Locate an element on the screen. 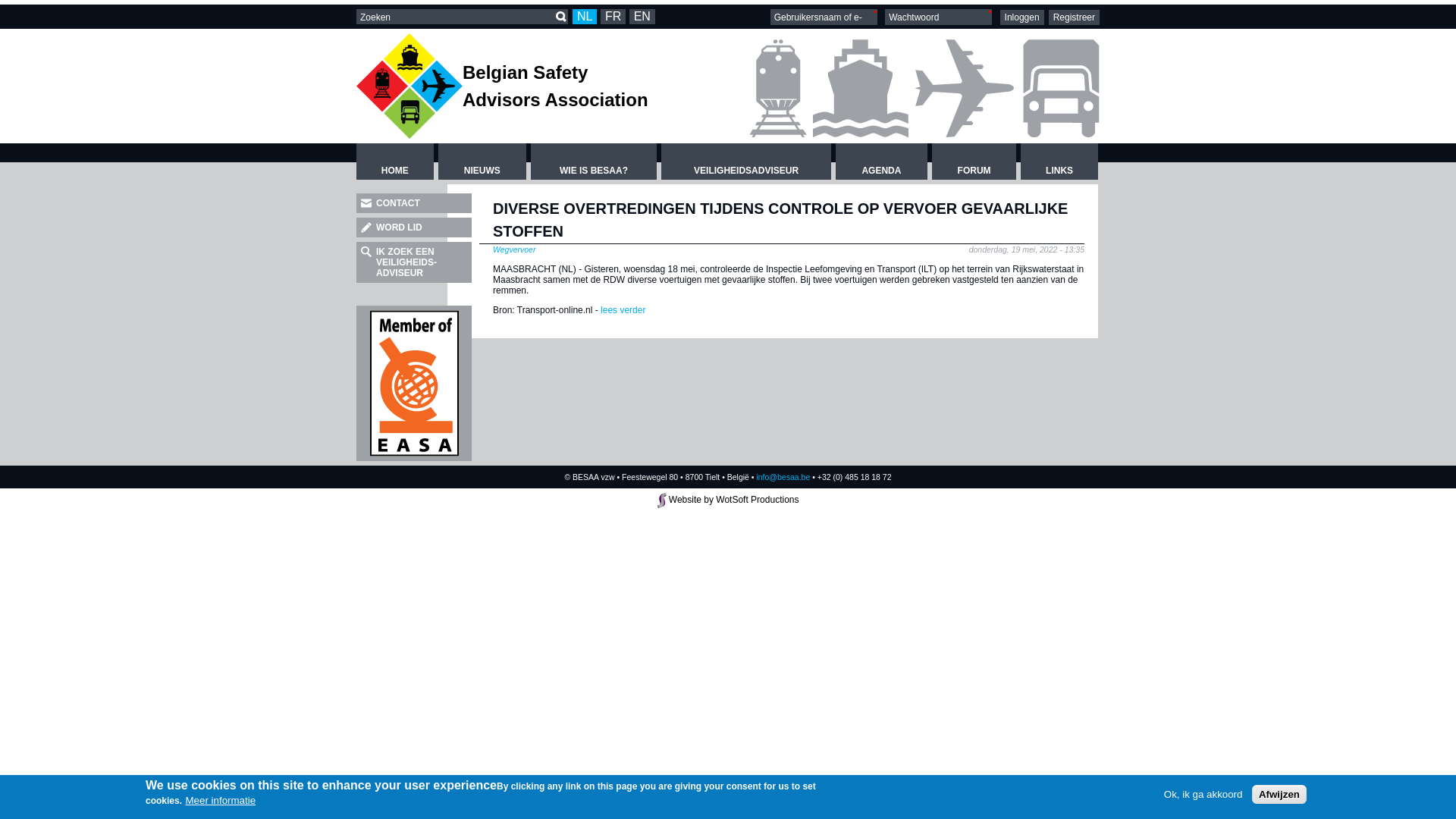 The width and height of the screenshot is (1456, 819). 'FR' is located at coordinates (613, 17).